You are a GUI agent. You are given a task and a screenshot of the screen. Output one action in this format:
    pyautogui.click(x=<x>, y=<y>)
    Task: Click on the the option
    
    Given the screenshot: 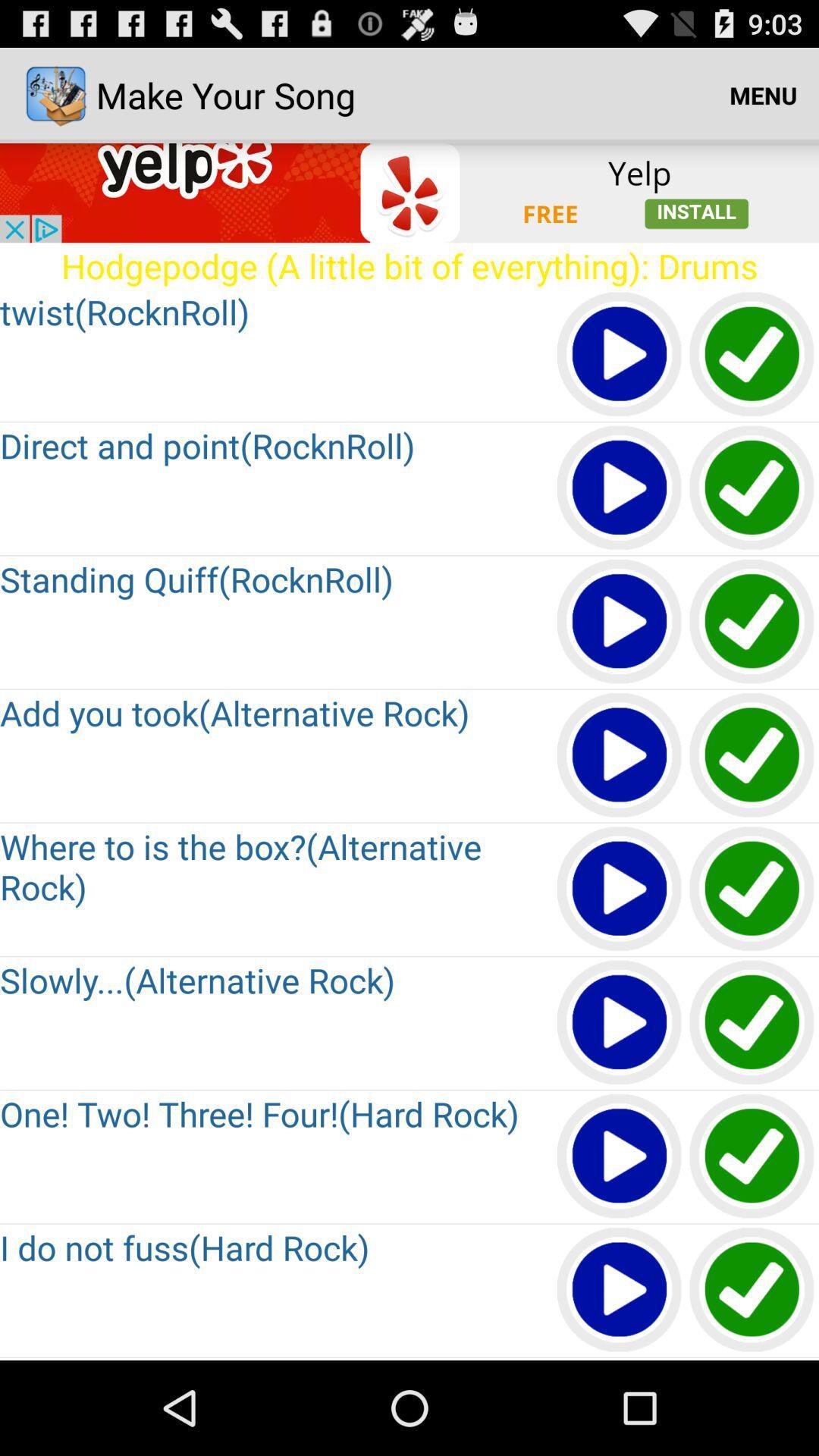 What is the action you would take?
    pyautogui.click(x=620, y=1023)
    